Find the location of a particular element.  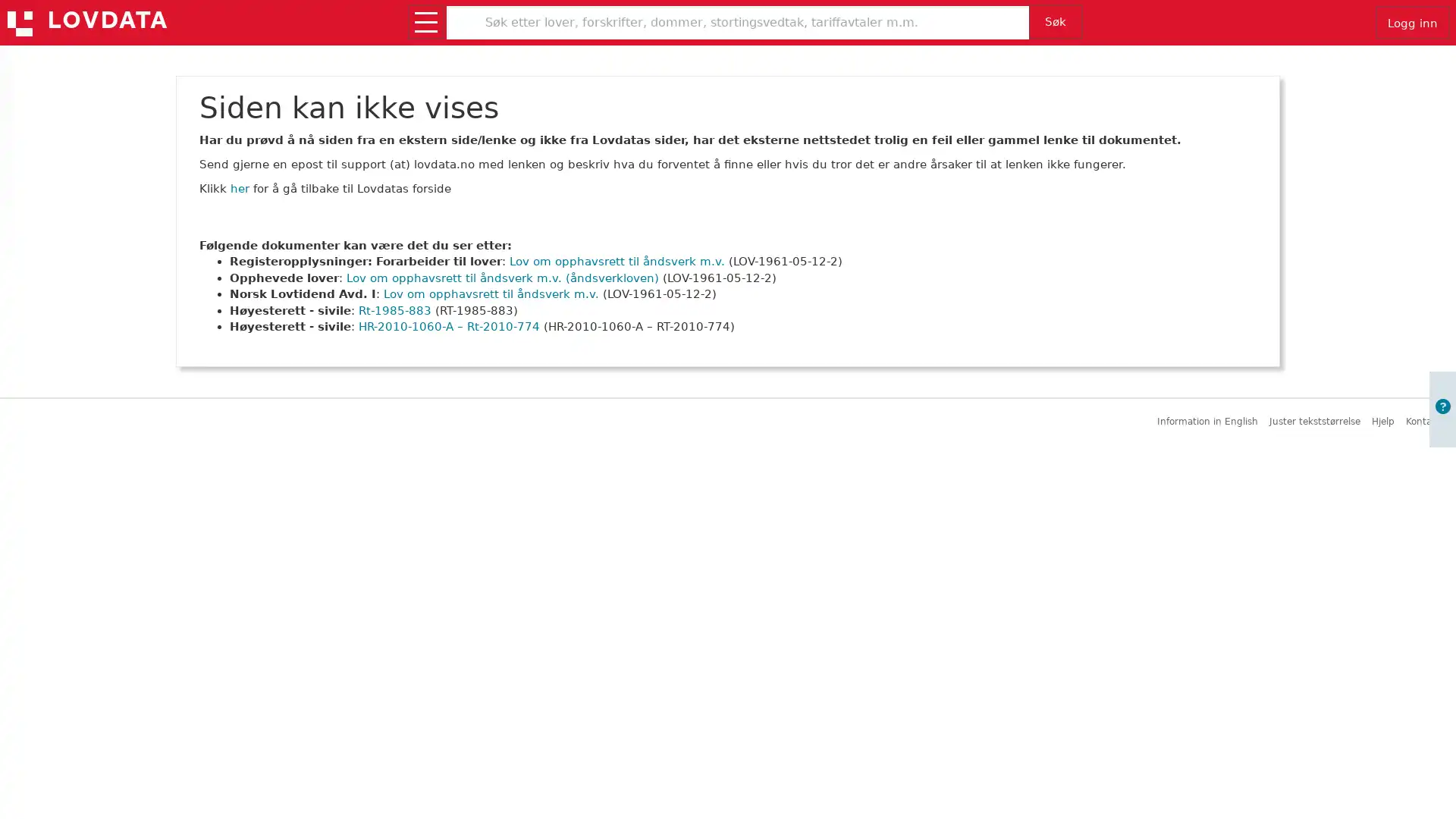

Sk is located at coordinates (1054, 22).